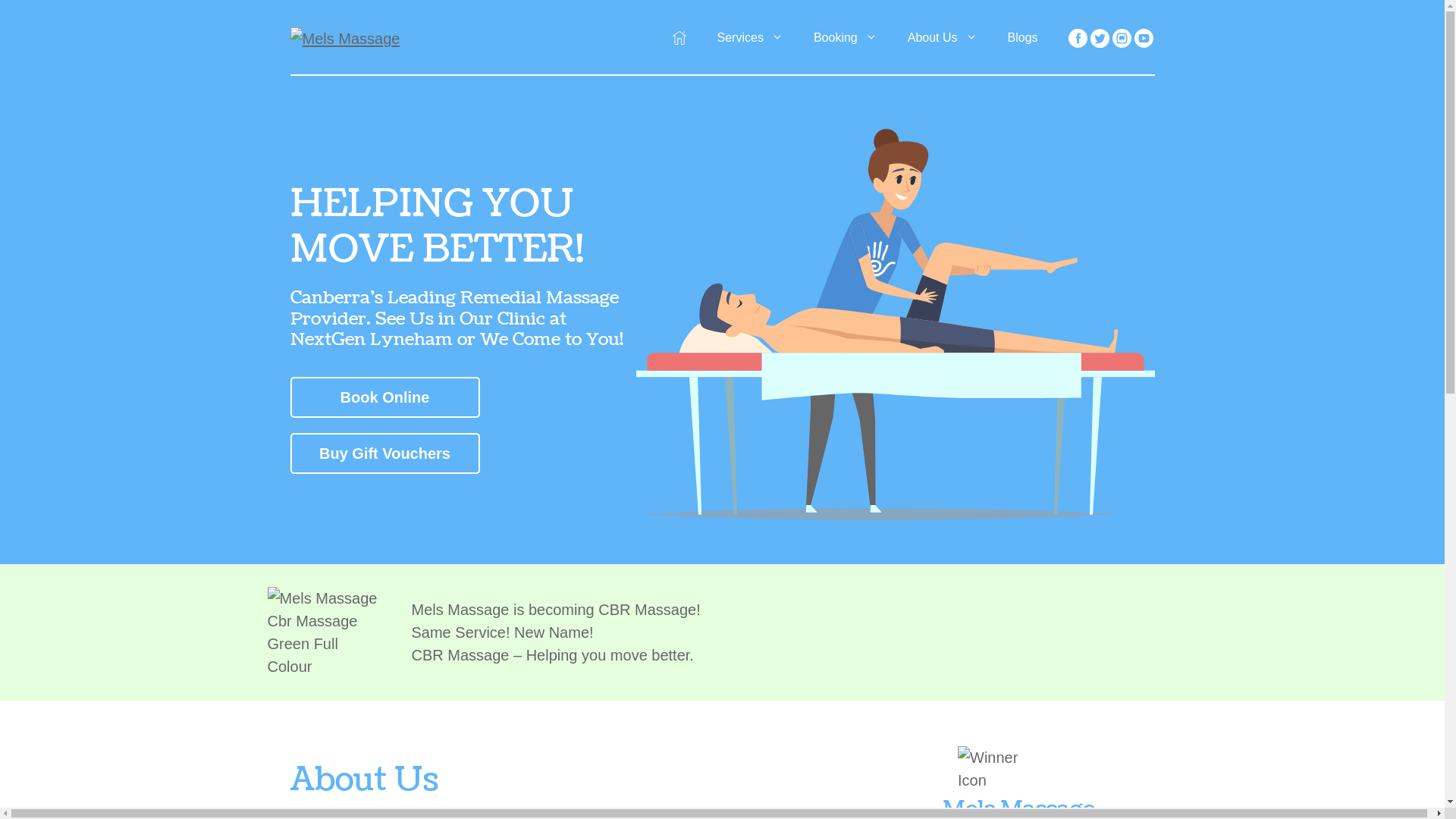 This screenshot has width=1456, height=819. Describe the element at coordinates (384, 452) in the screenshot. I see `'Buy Gift Vouchers'` at that location.